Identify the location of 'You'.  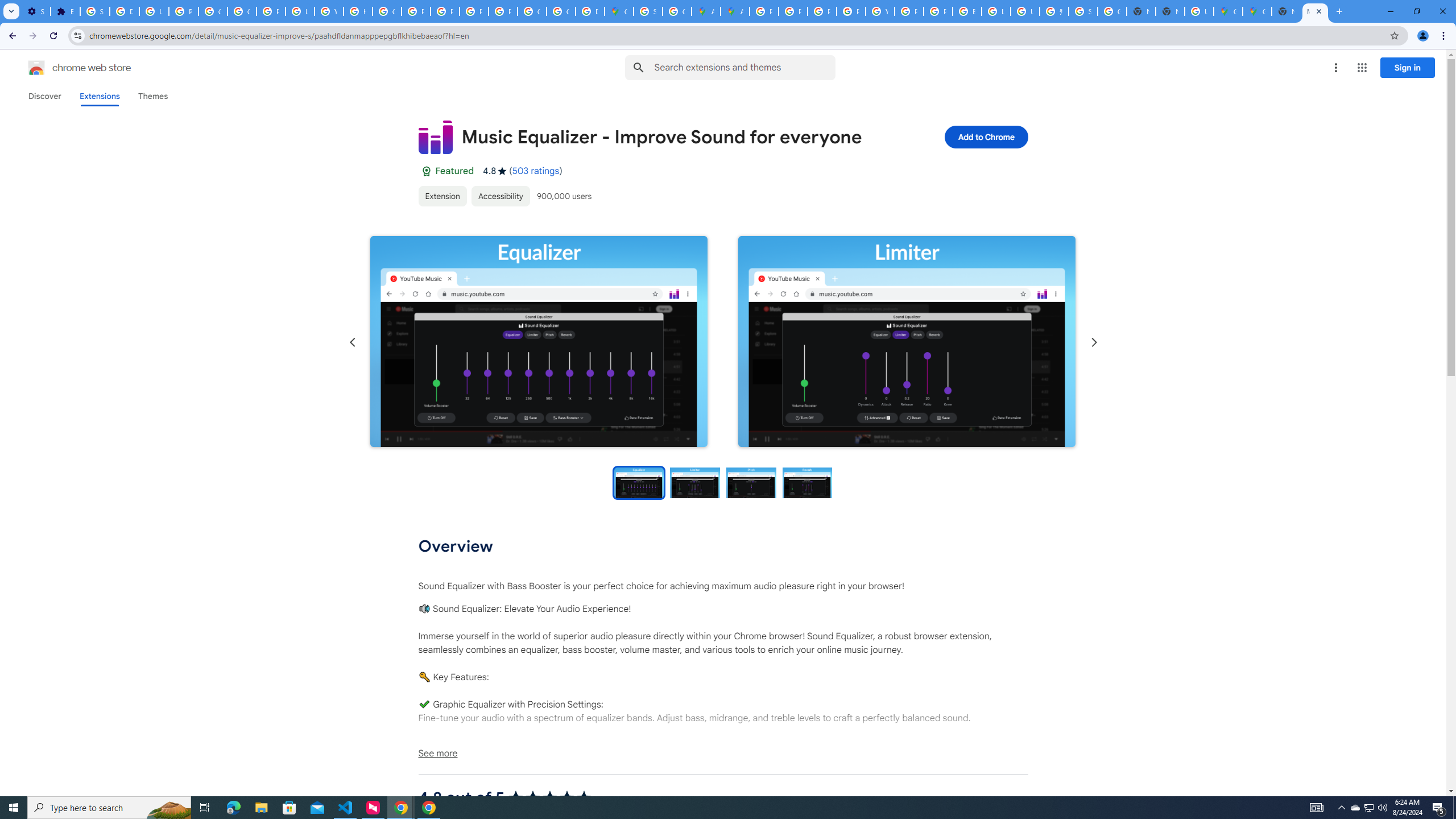
(1423, 35).